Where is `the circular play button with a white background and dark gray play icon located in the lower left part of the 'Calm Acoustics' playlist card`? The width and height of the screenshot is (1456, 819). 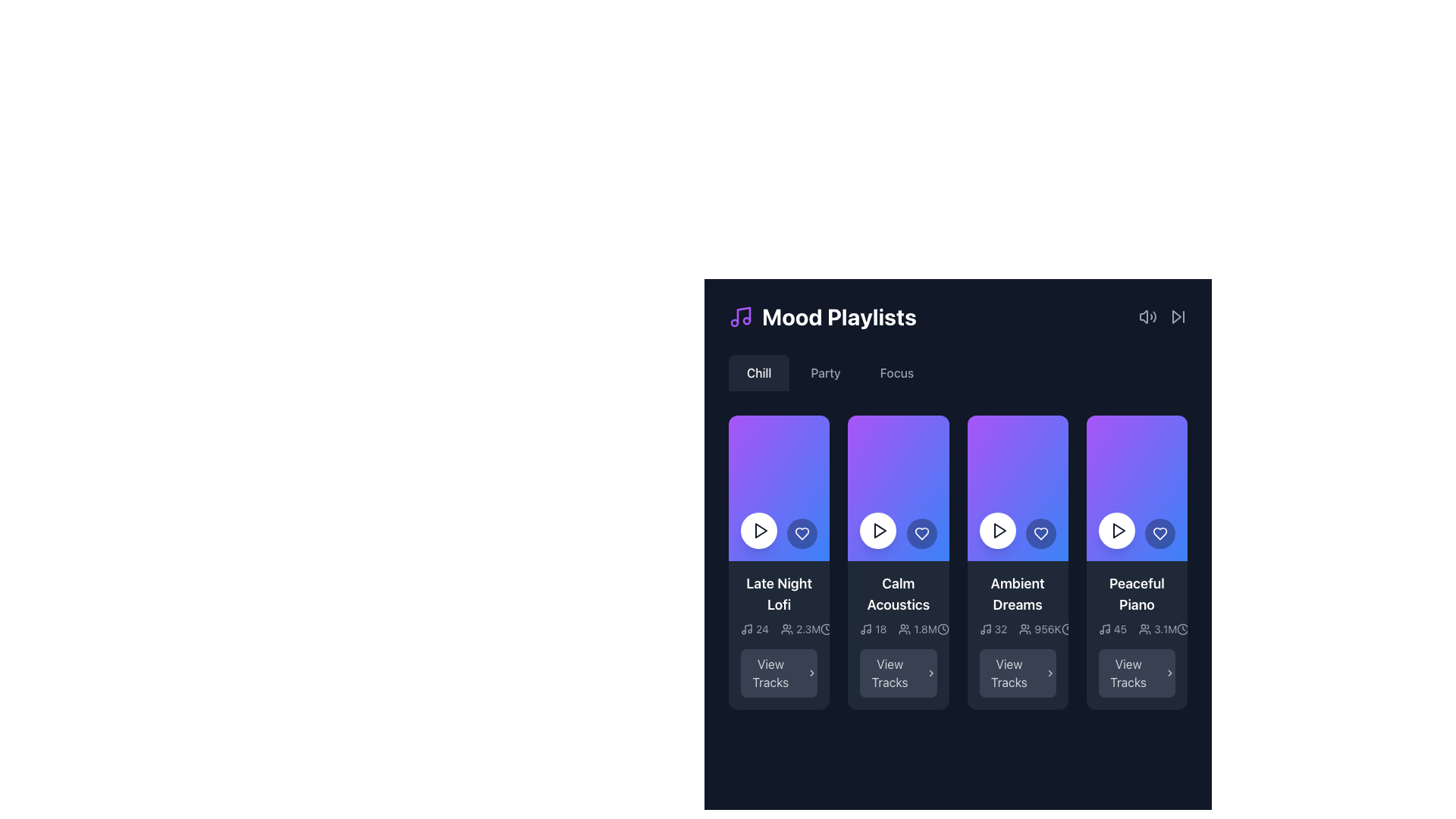
the circular play button with a white background and dark gray play icon located in the lower left part of the 'Calm Acoustics' playlist card is located at coordinates (878, 529).